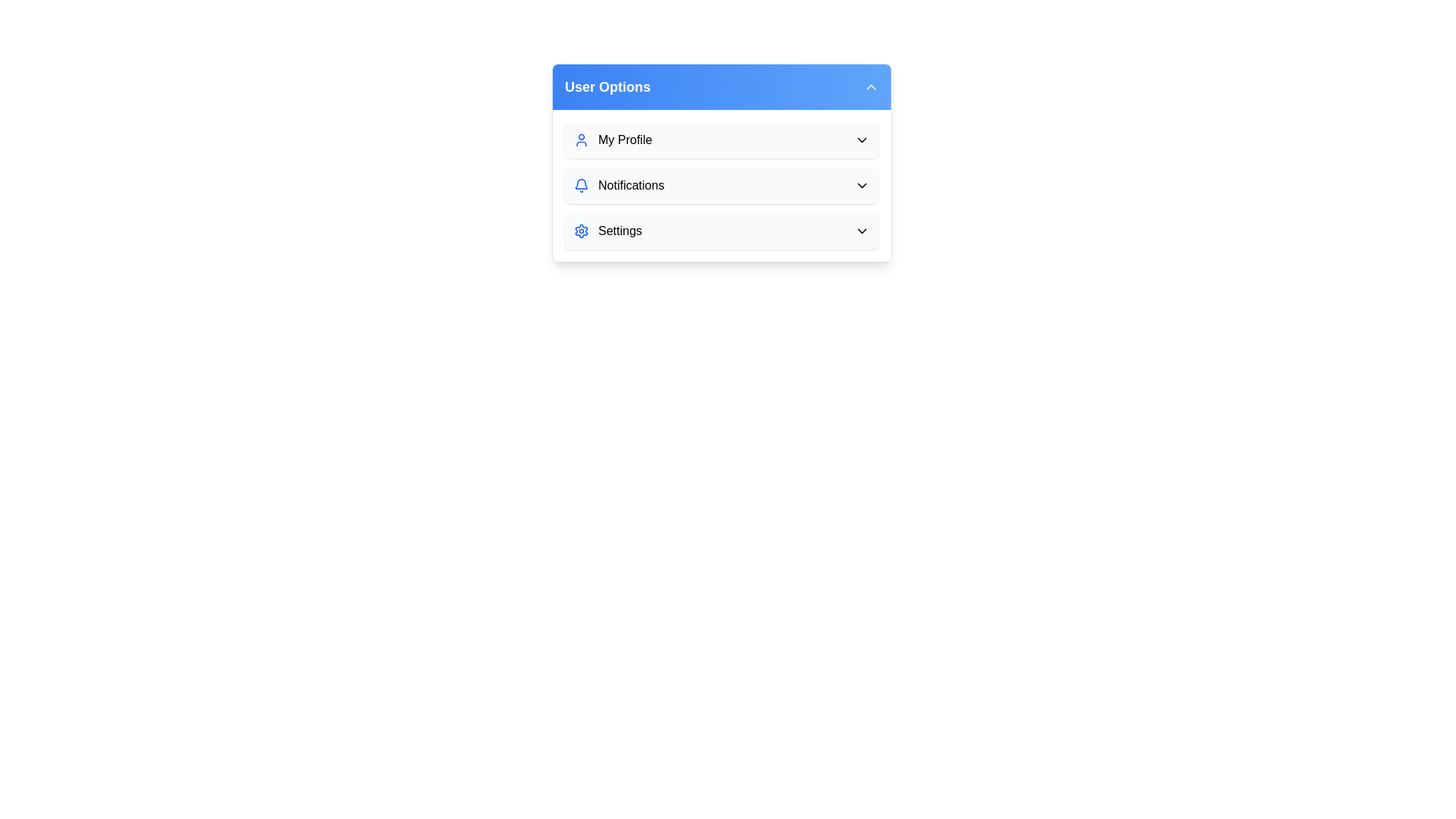 The width and height of the screenshot is (1456, 819). Describe the element at coordinates (720, 185) in the screenshot. I see `the 'Notifications' button located in the 'User Options' menu, which is the second item in a vertical list between 'My Profile' and 'Settings'` at that location.